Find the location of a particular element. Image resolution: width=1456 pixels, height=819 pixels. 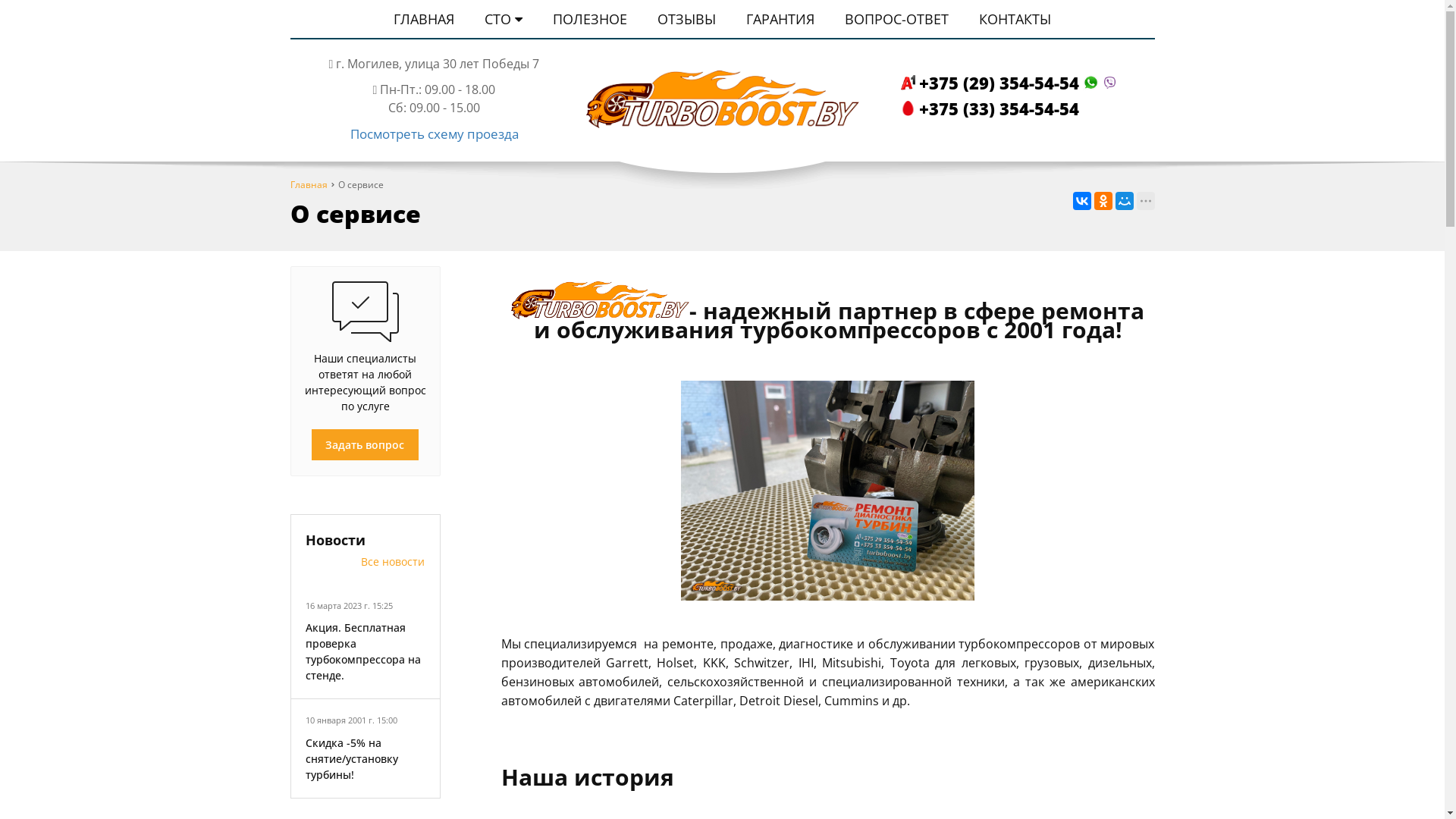

'+375 (33) 354-54-54' is located at coordinates (899, 107).